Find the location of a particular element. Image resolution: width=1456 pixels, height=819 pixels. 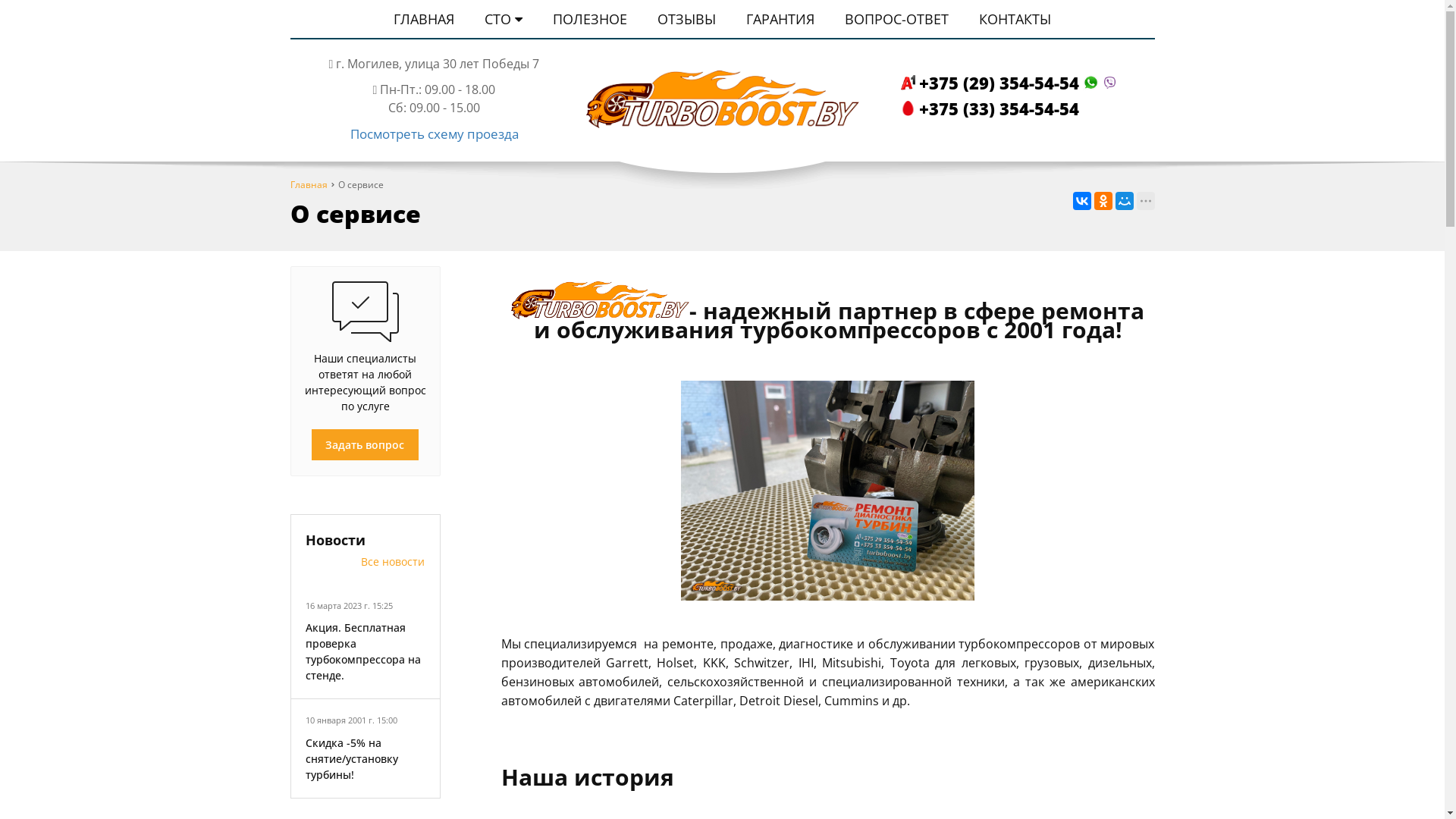

'+375 (33) 354-54-54' is located at coordinates (899, 107).